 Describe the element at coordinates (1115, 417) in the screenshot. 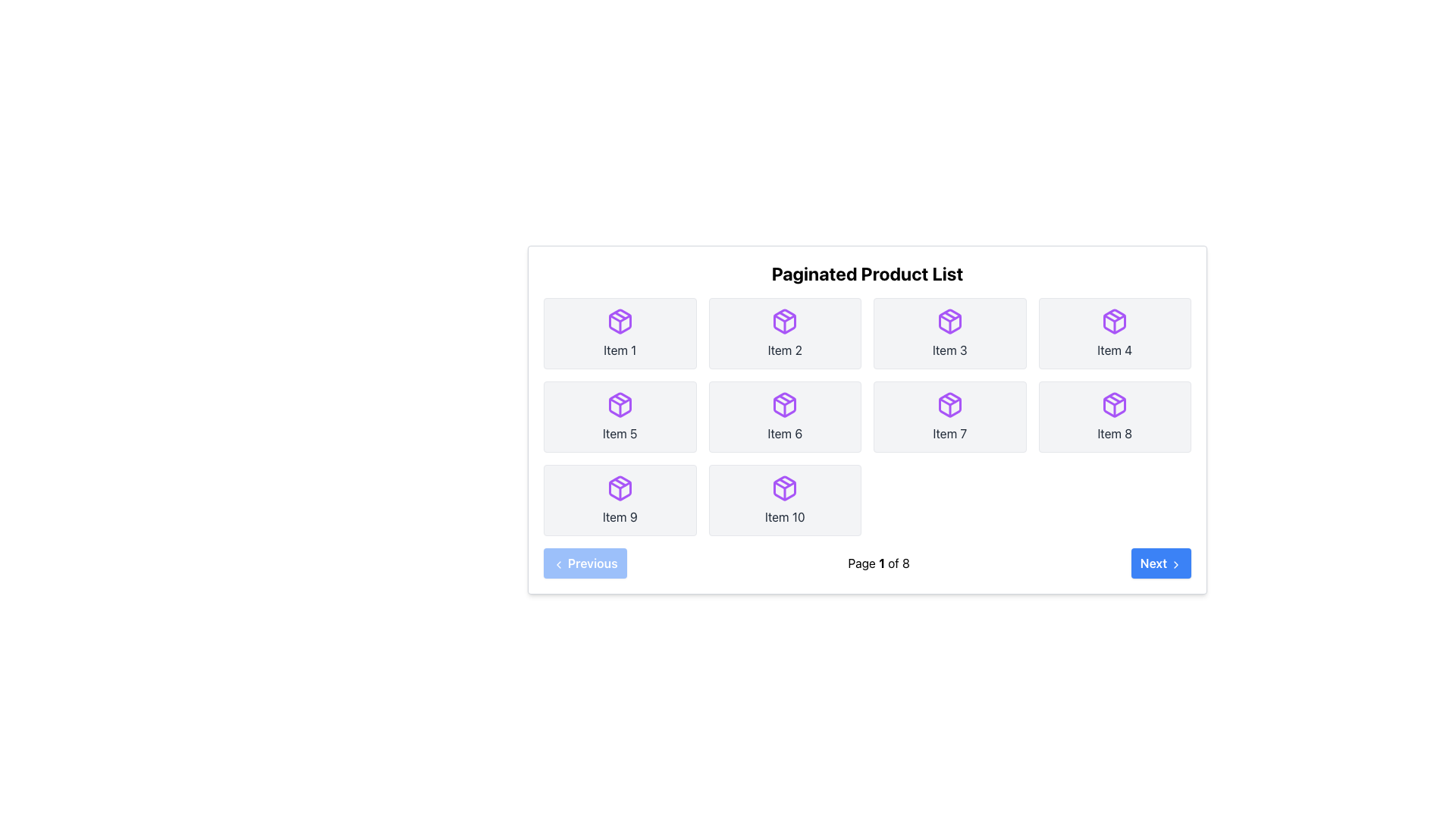

I see `the Card element that displays 'Item 8', which is a rectangular card with rounded corners, a light gray background, and a purple package icon at the top center` at that location.